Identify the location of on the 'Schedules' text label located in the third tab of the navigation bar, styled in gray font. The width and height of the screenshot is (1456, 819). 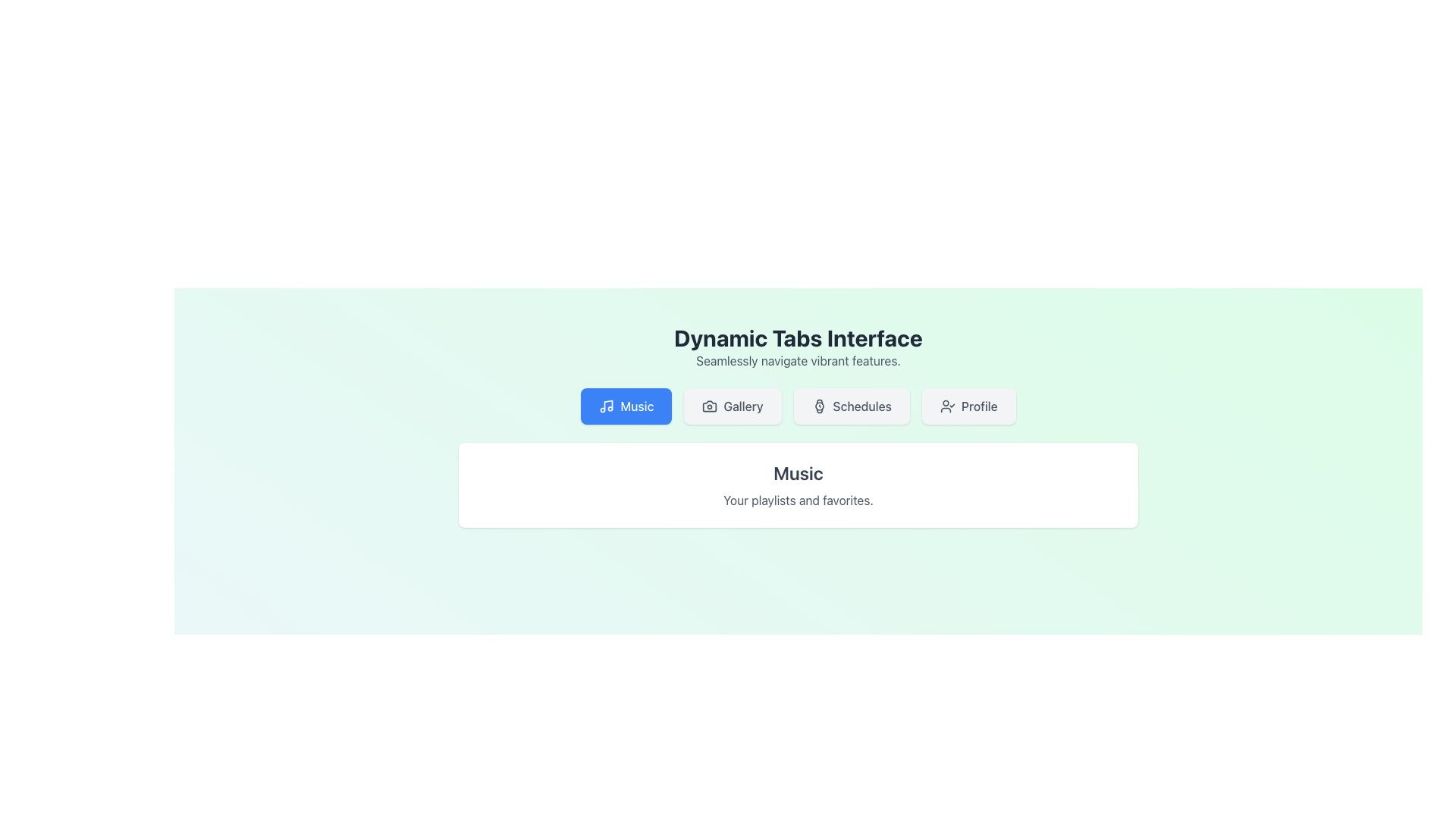
(862, 406).